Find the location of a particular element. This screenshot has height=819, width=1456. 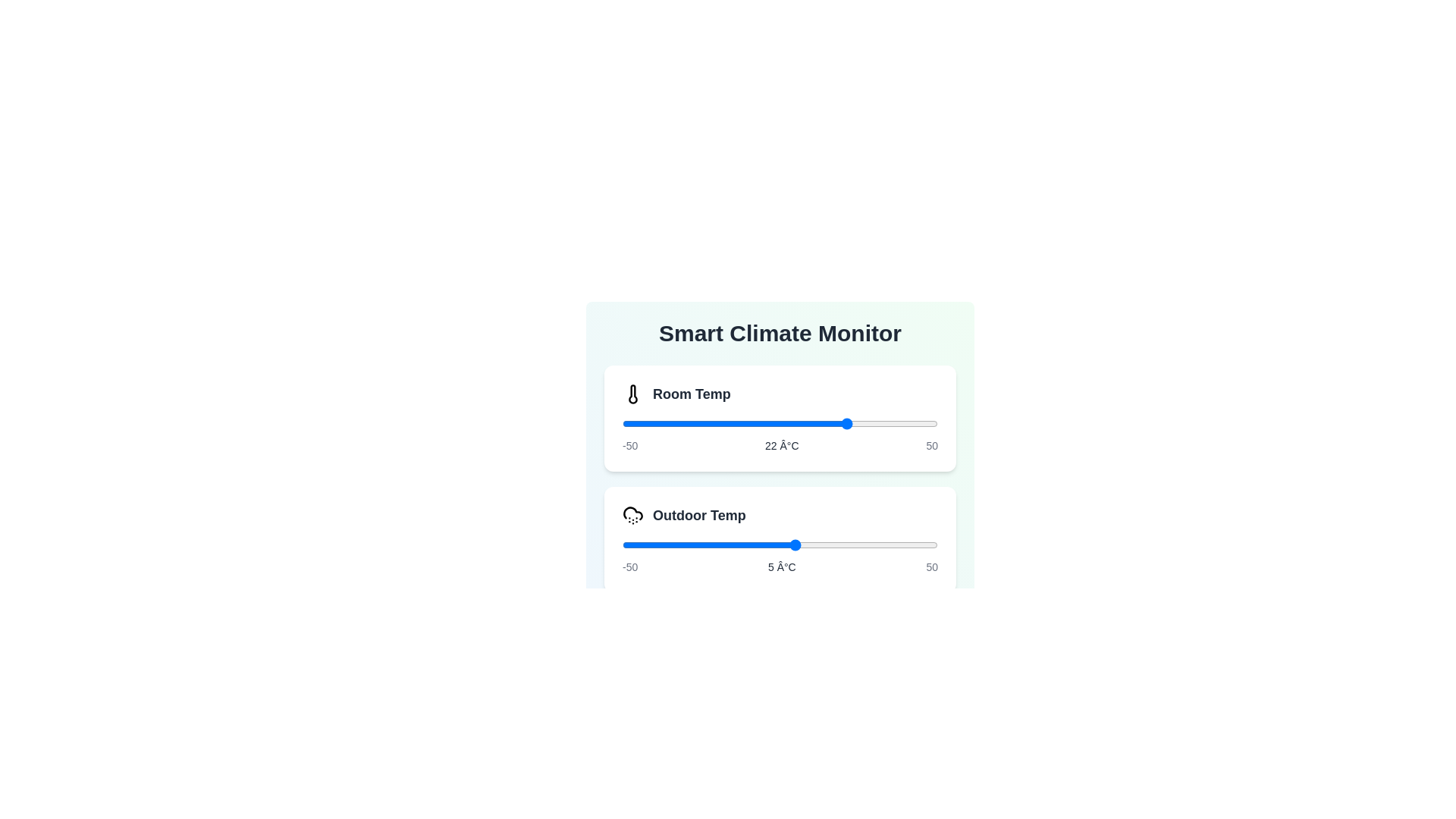

the slider for 'Room Temp' to set its value to 36 is located at coordinates (893, 424).